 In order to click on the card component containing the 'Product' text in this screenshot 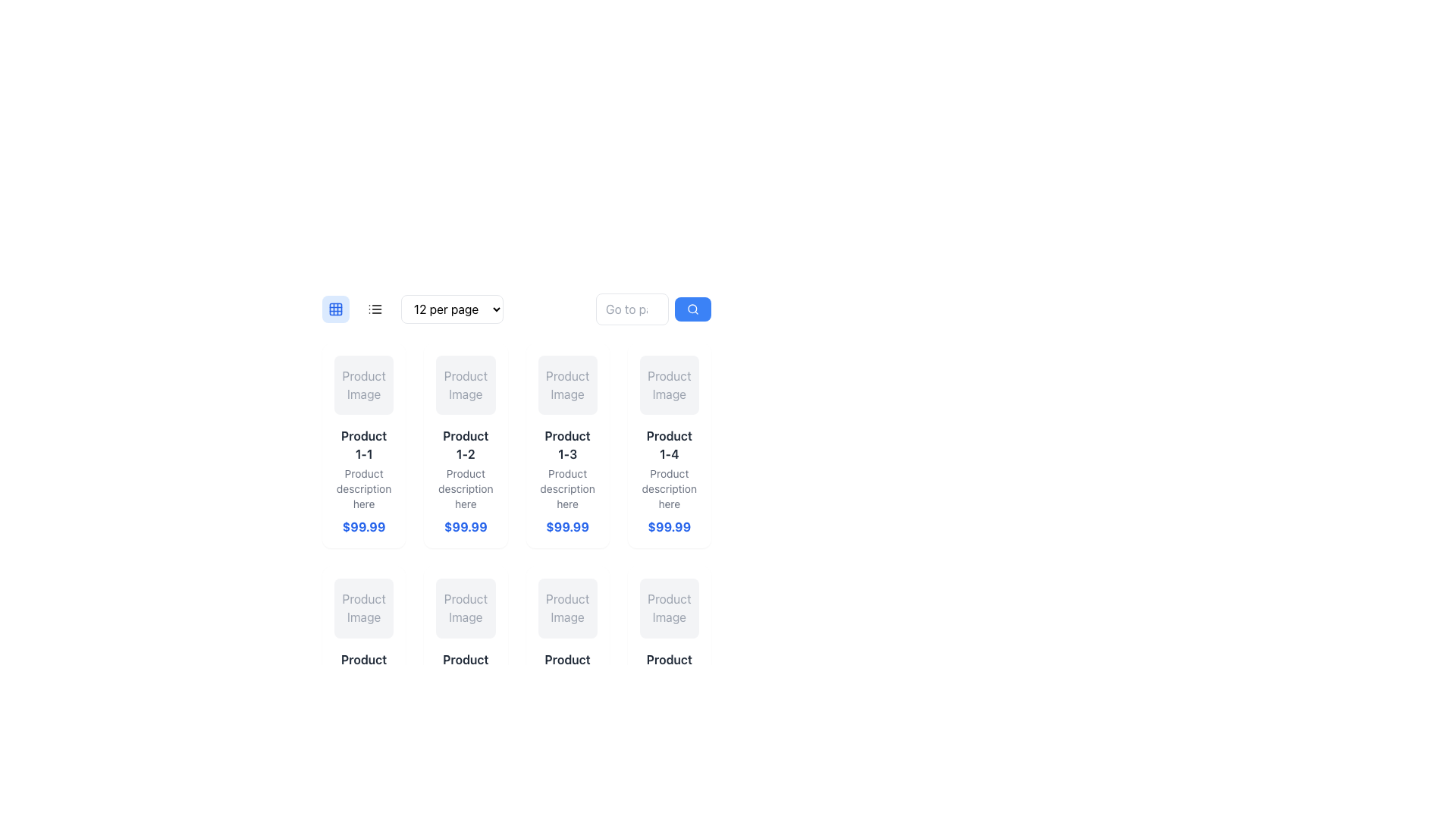, I will do `click(364, 668)`.